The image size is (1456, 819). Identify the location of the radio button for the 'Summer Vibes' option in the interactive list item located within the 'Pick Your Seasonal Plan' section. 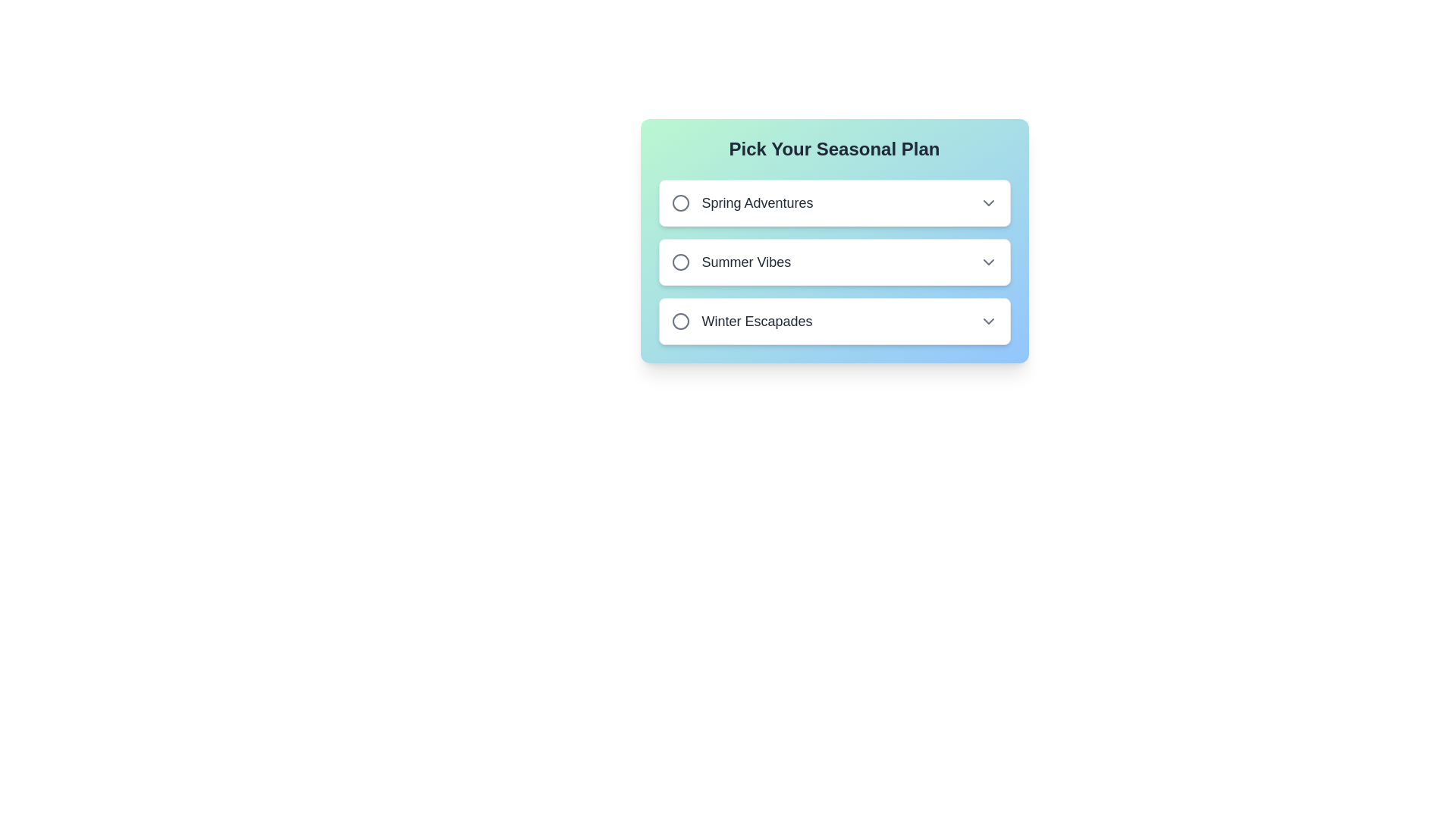
(833, 262).